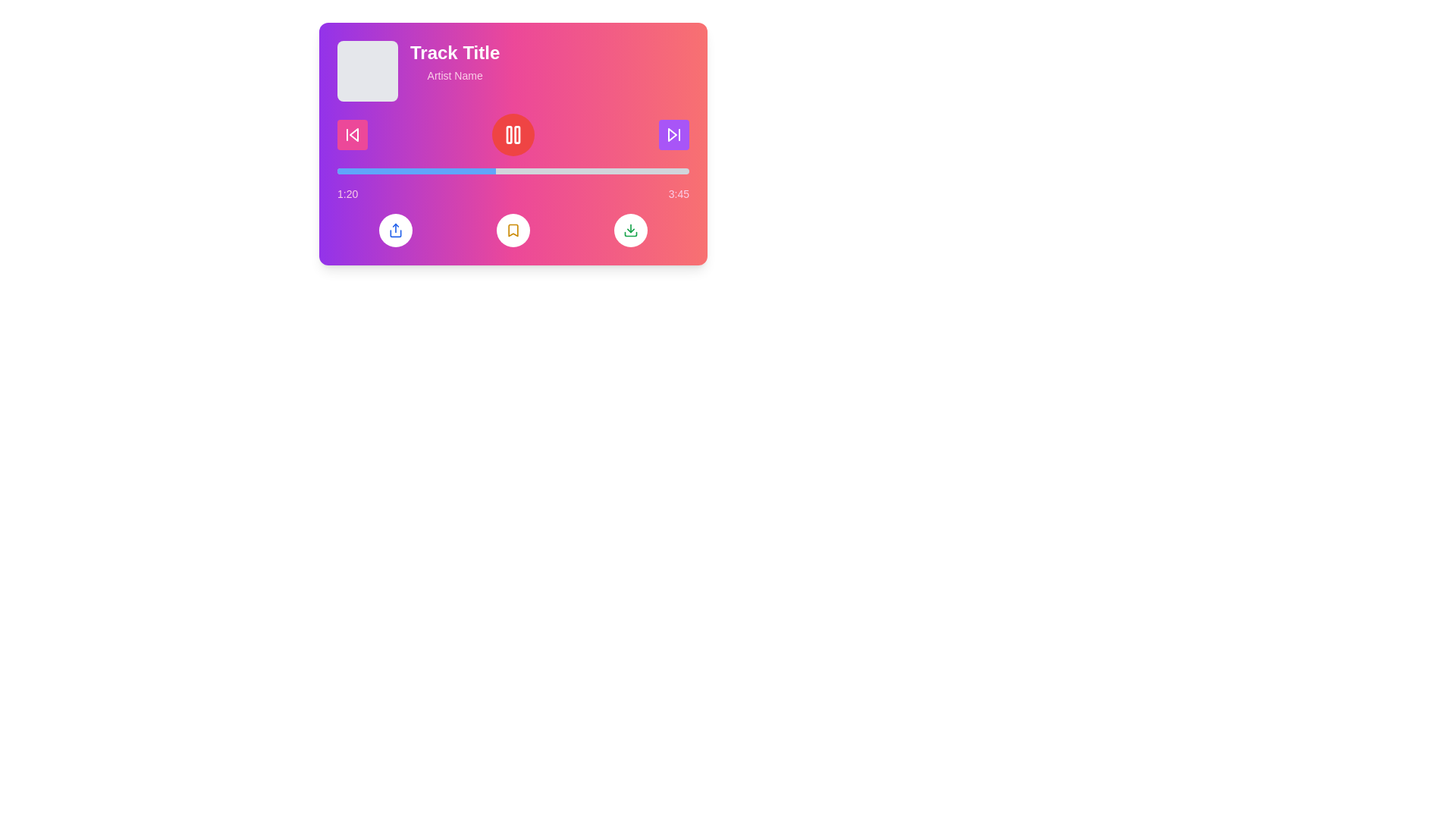  What do you see at coordinates (411, 171) in the screenshot?
I see `playback progress` at bounding box center [411, 171].